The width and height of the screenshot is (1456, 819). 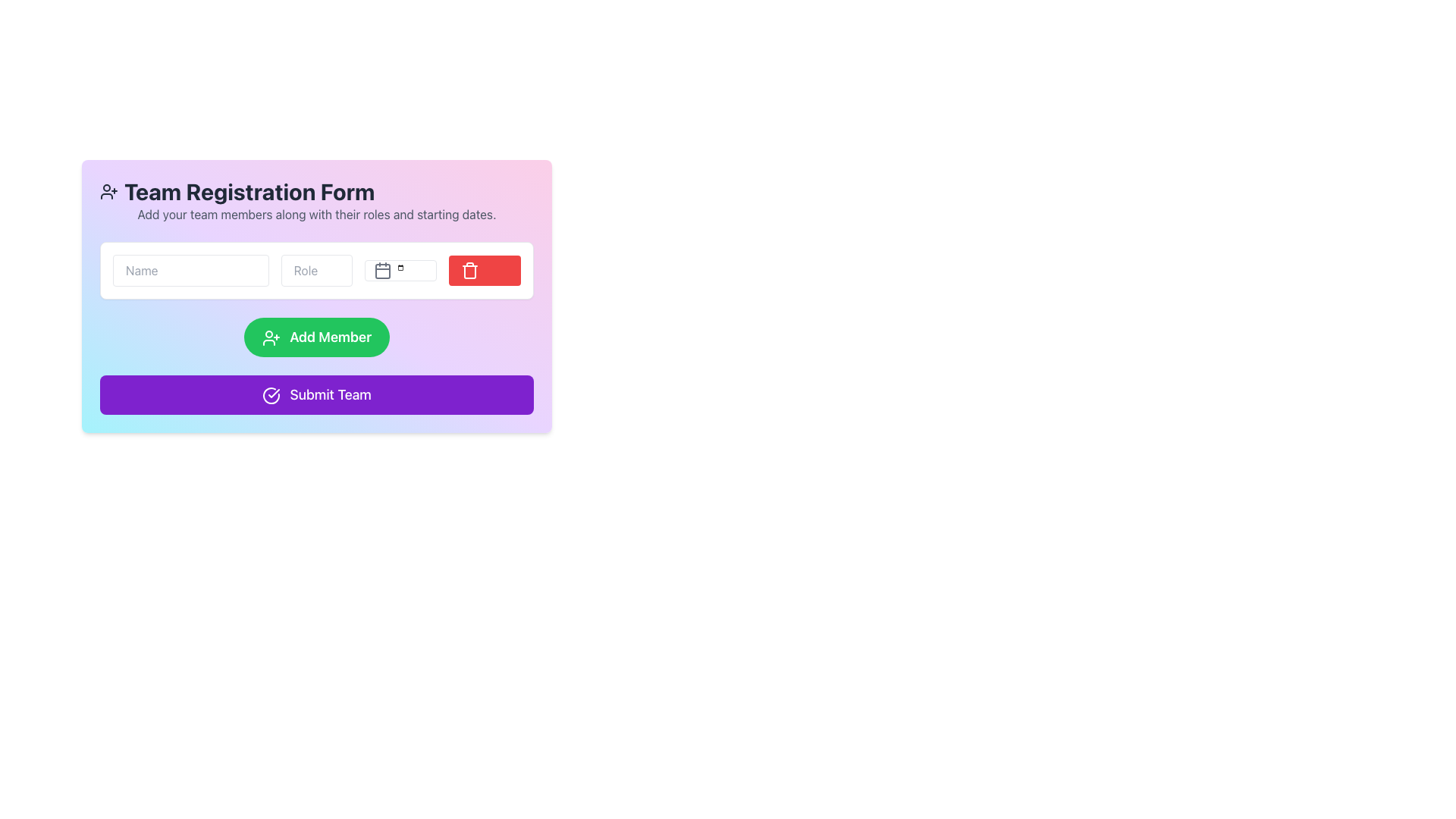 I want to click on the 'Add Member' button, which has a green background, white text, and a user-plus icon, positioned below the 'Name' and 'Role' input fields, so click(x=315, y=336).